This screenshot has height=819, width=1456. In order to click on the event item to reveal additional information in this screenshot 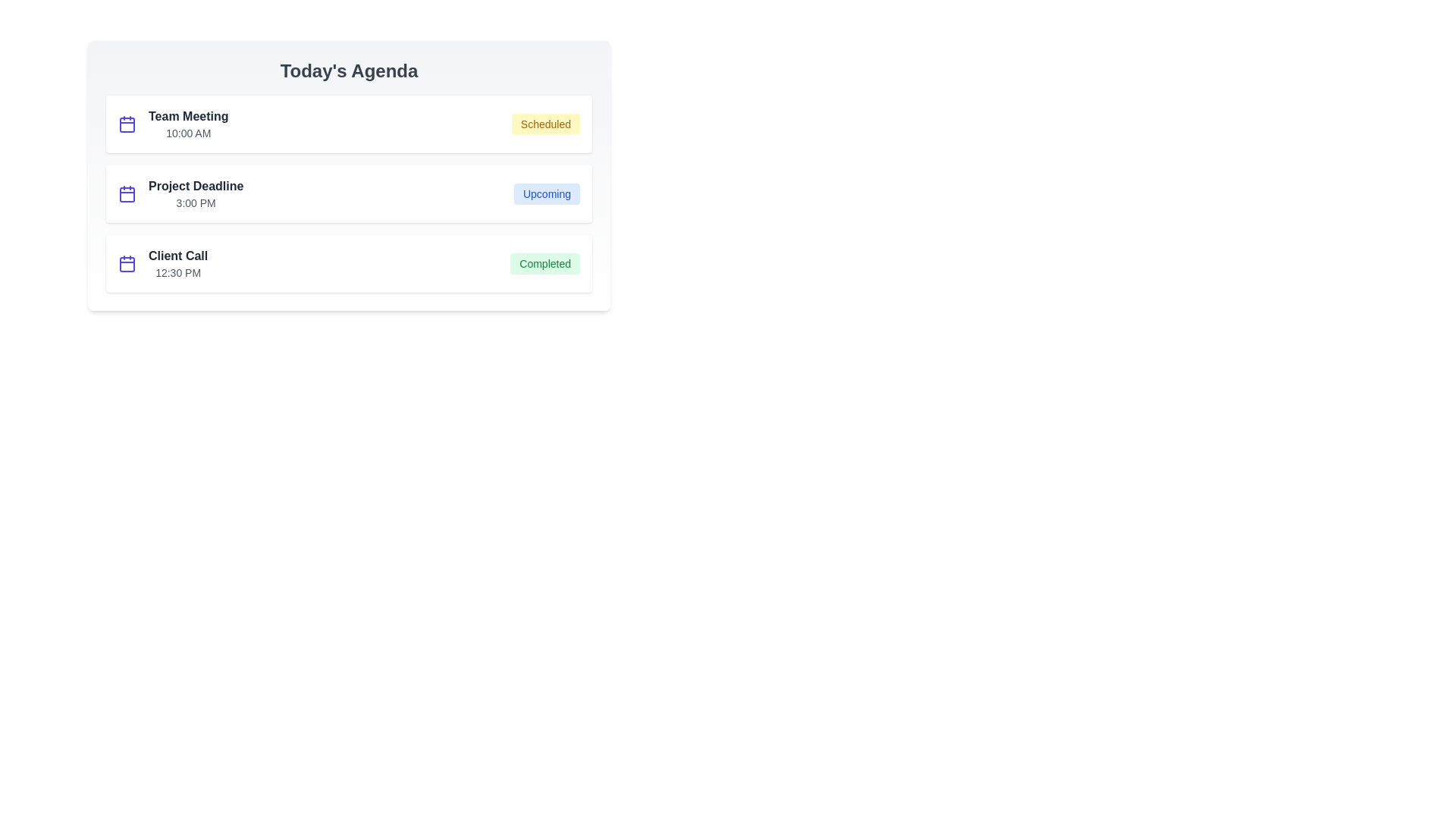, I will do `click(348, 124)`.